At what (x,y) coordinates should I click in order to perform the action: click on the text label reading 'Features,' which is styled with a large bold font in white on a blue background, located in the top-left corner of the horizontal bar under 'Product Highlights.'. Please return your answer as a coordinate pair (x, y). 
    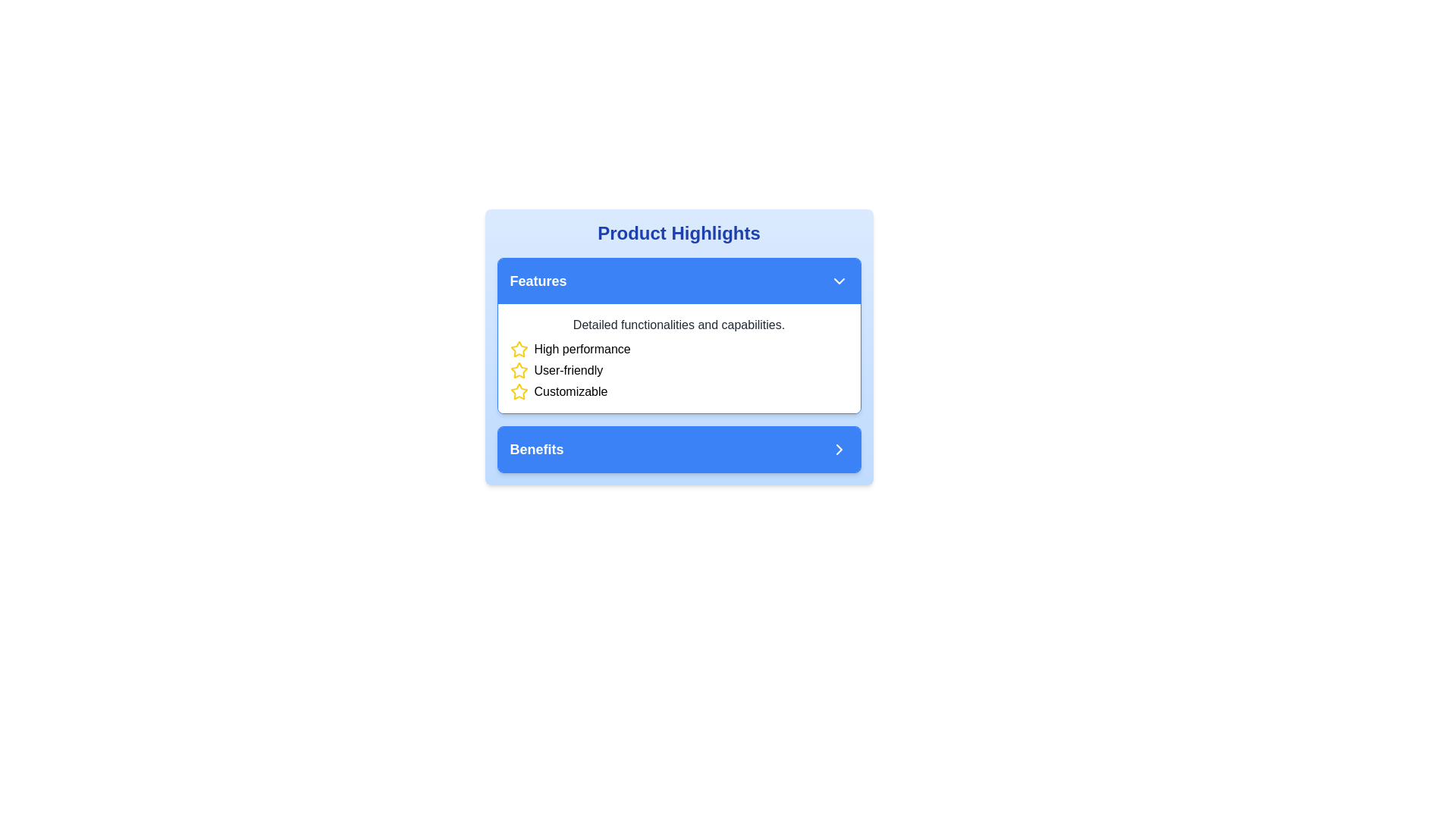
    Looking at the image, I should click on (538, 281).